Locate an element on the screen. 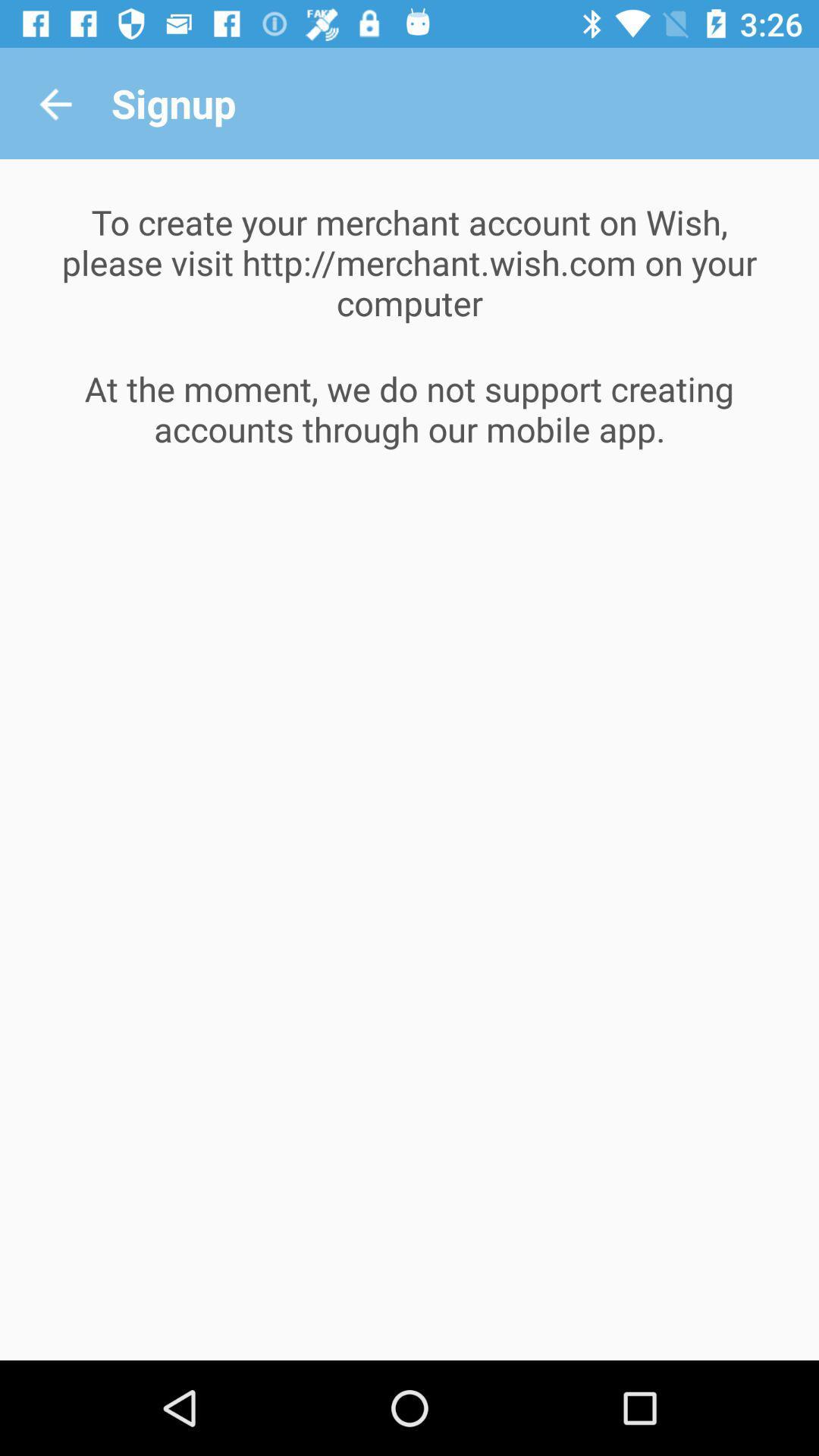 The width and height of the screenshot is (819, 1456). the icon next to the signup item is located at coordinates (55, 102).